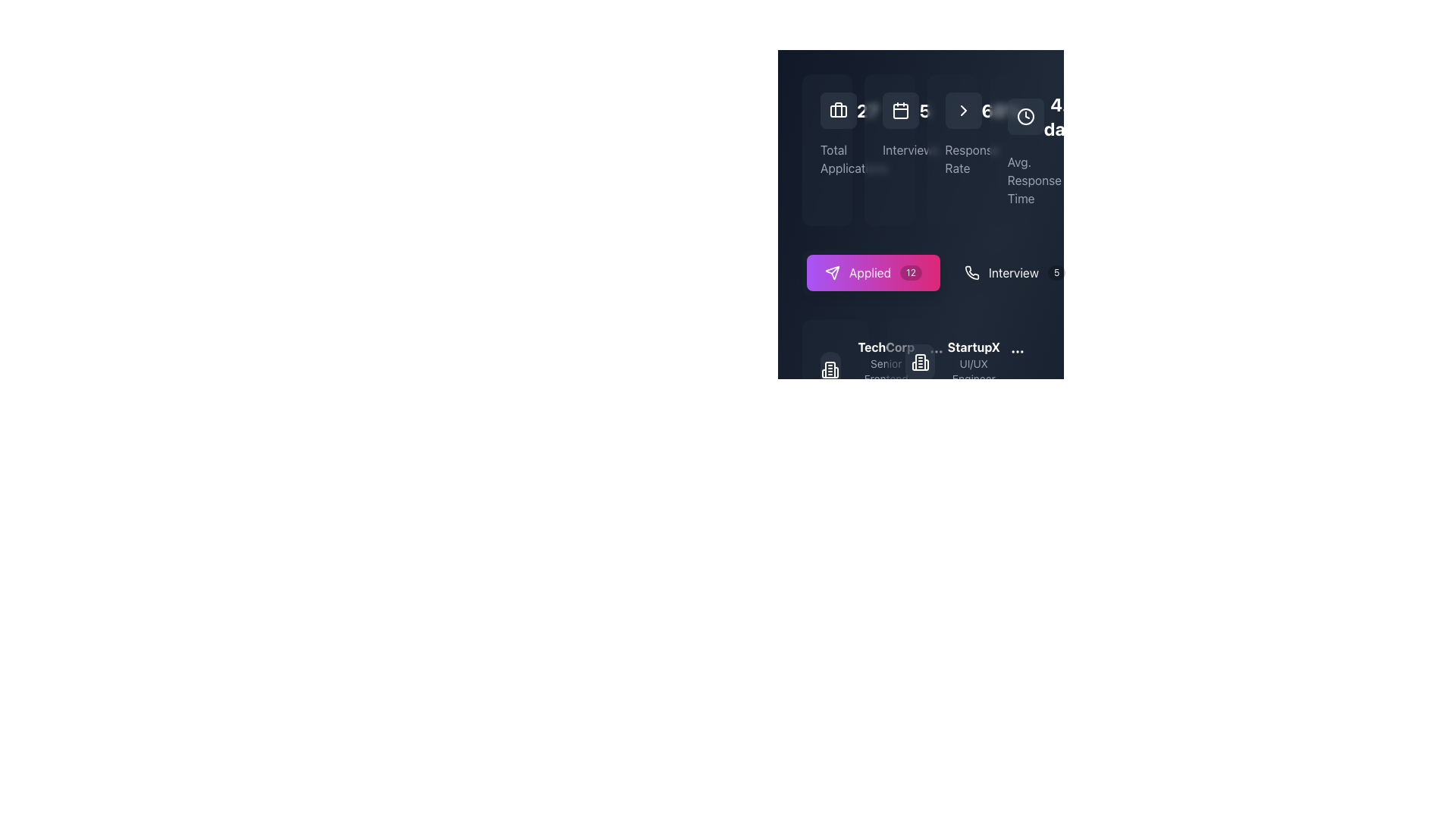 The height and width of the screenshot is (819, 1456). Describe the element at coordinates (901, 110) in the screenshot. I see `the body portion of the calendar icon located in the menu bar at the top section of the layout` at that location.